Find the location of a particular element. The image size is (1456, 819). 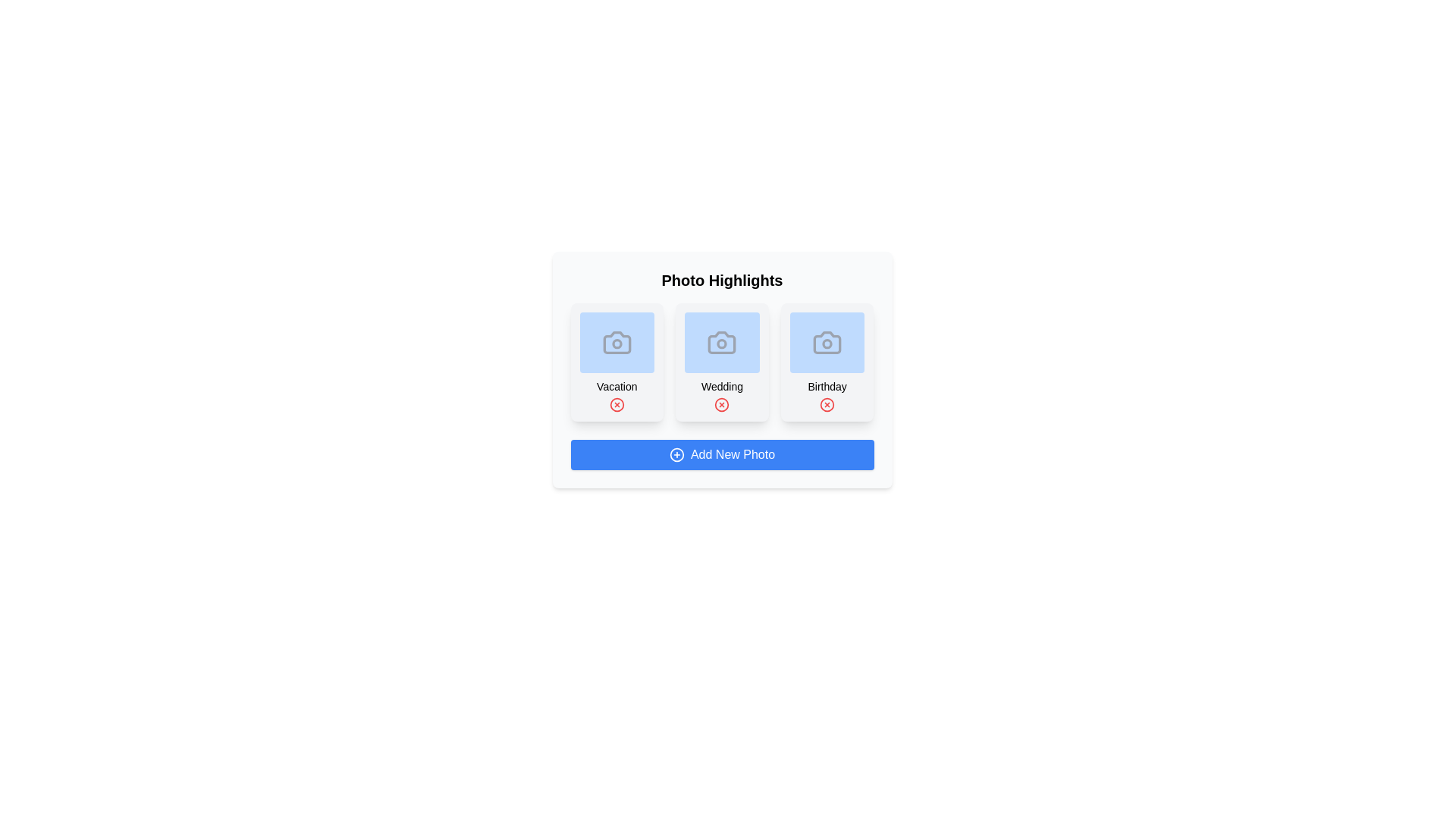

the delete button for the photo labeled Birthday is located at coordinates (827, 403).